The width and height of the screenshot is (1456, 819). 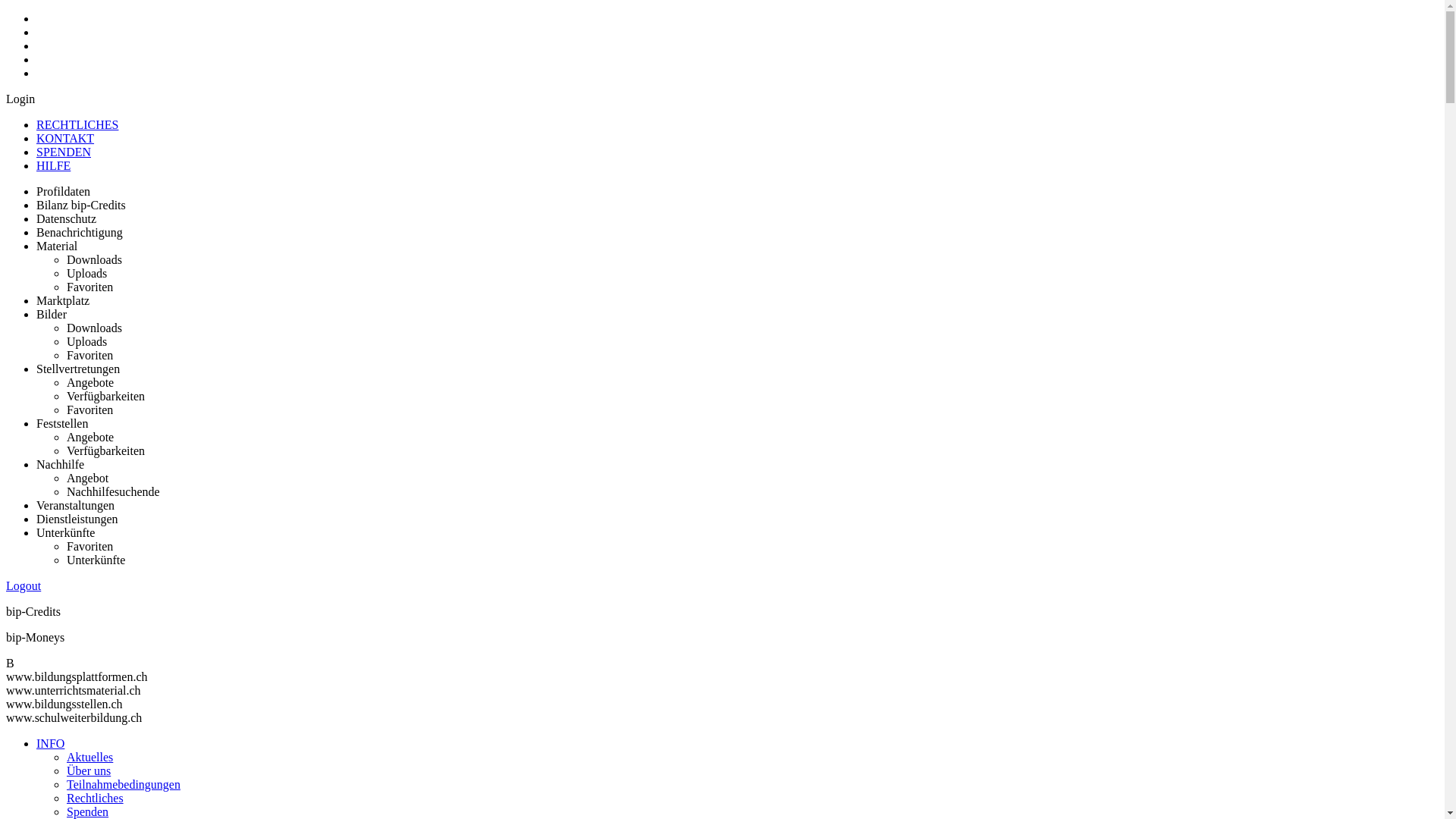 I want to click on 'Veranstaltungen', so click(x=74, y=505).